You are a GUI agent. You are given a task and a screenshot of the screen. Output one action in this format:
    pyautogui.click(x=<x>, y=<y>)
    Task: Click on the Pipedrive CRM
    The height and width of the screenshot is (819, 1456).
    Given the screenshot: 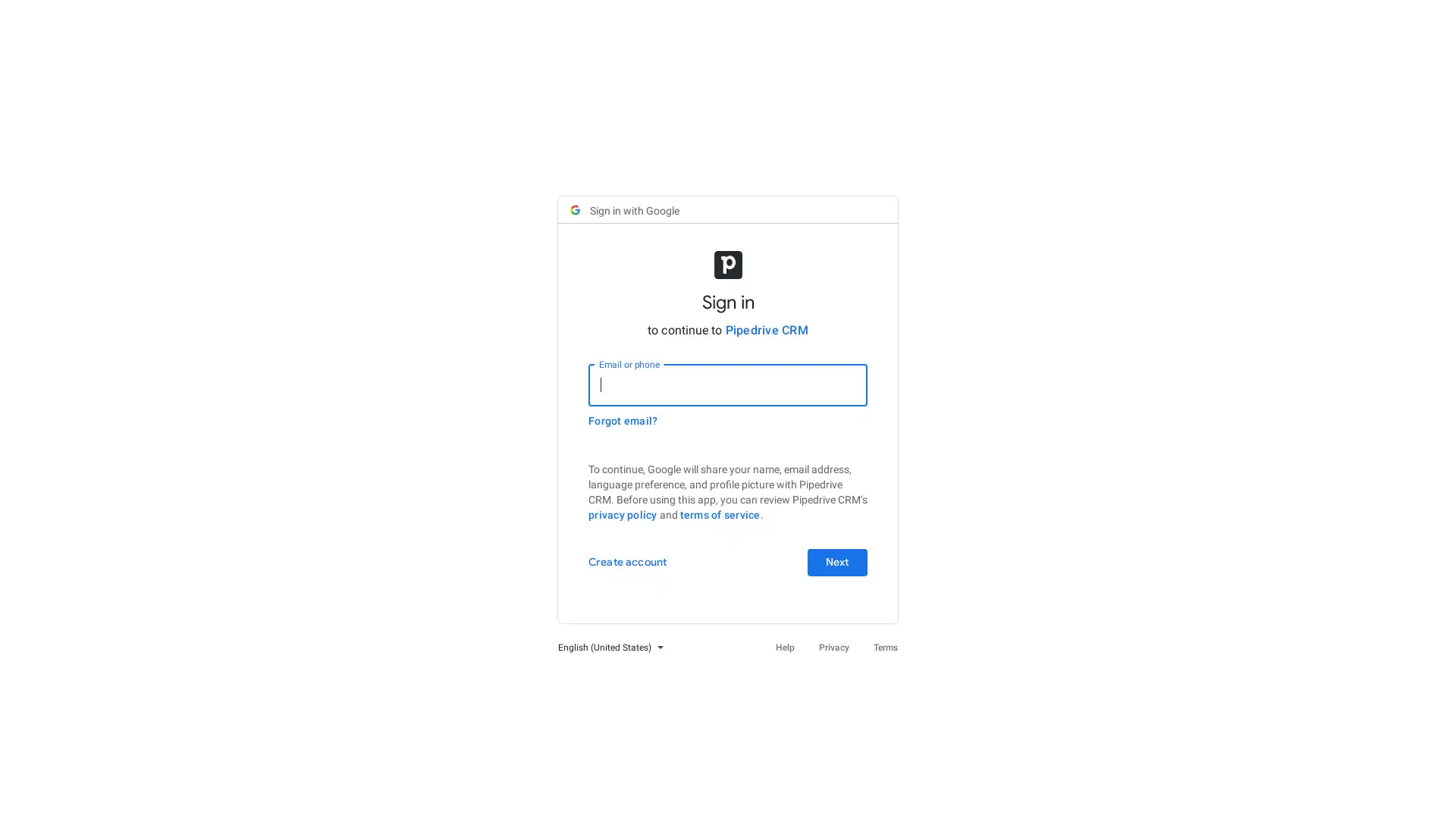 What is the action you would take?
    pyautogui.click(x=766, y=328)
    